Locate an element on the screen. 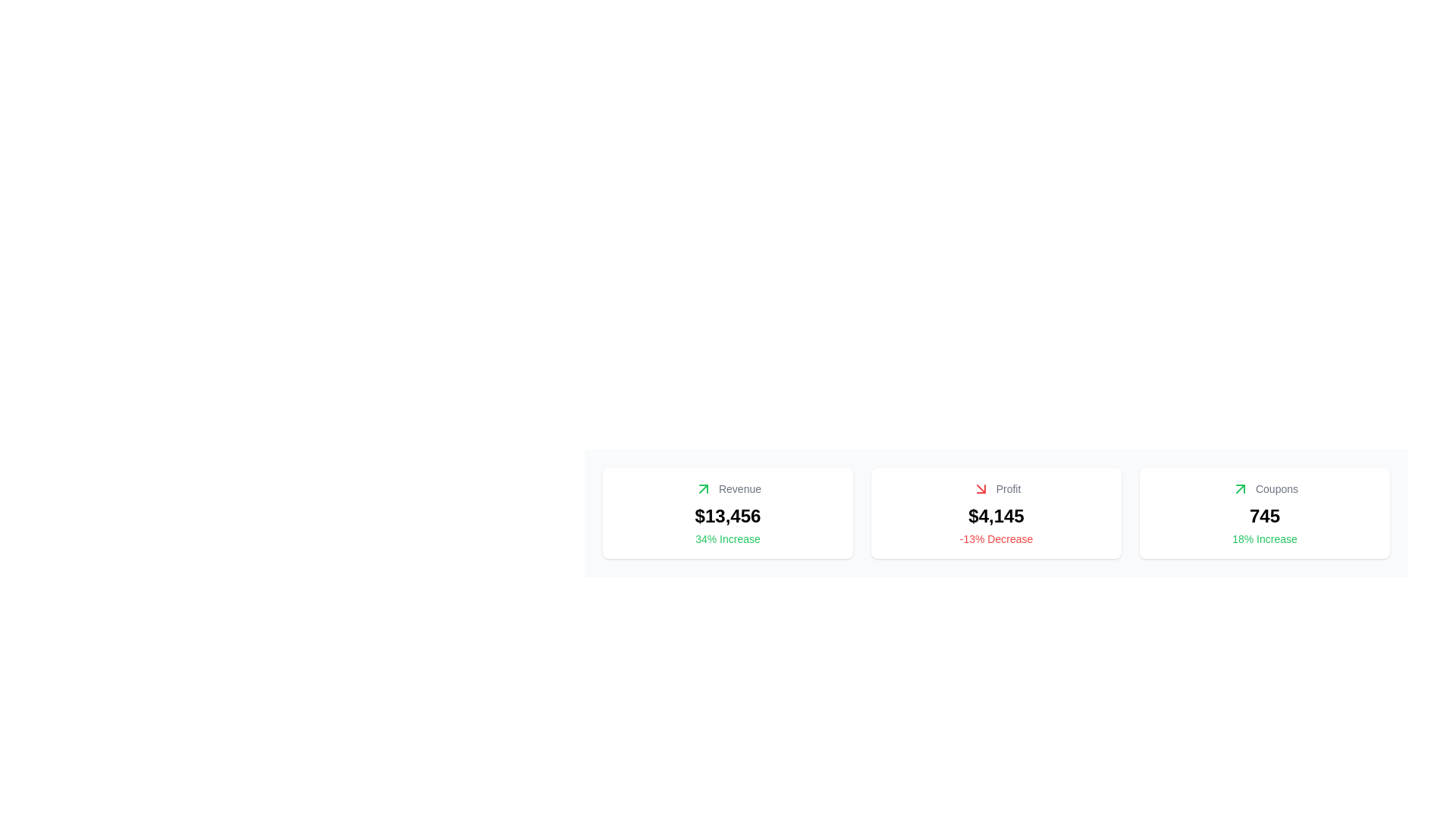 The image size is (1456, 819). the text label displaying the number '745', which is centrally located within the rightmost card among three horizontally aligned cards, positioned between the 'Coupons' label above and the '18% Increase' description below is located at coordinates (1264, 516).